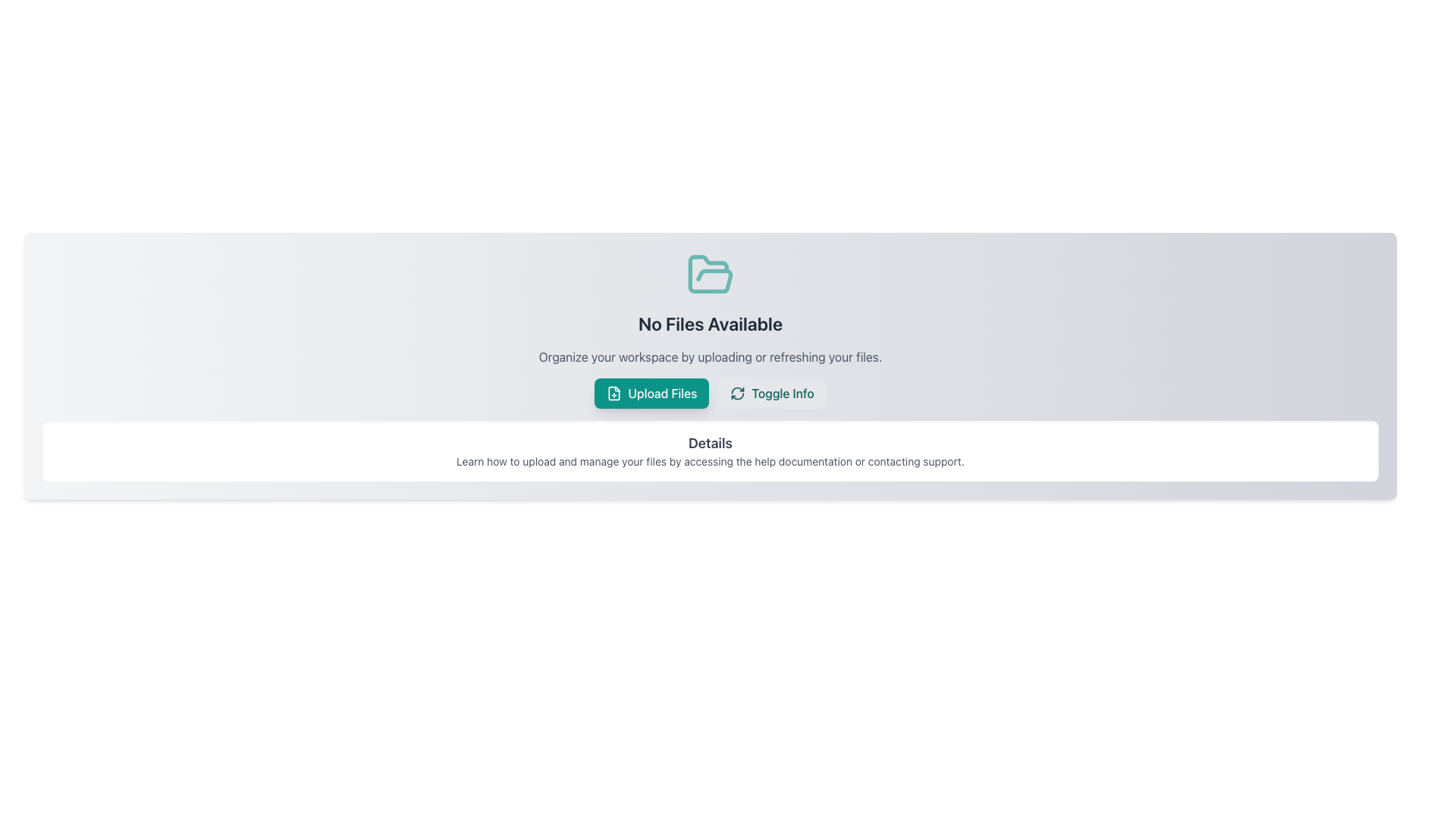 This screenshot has height=819, width=1456. Describe the element at coordinates (651, 393) in the screenshot. I see `the leftmost button designed to trigger file upload actions for accessibility navigation` at that location.